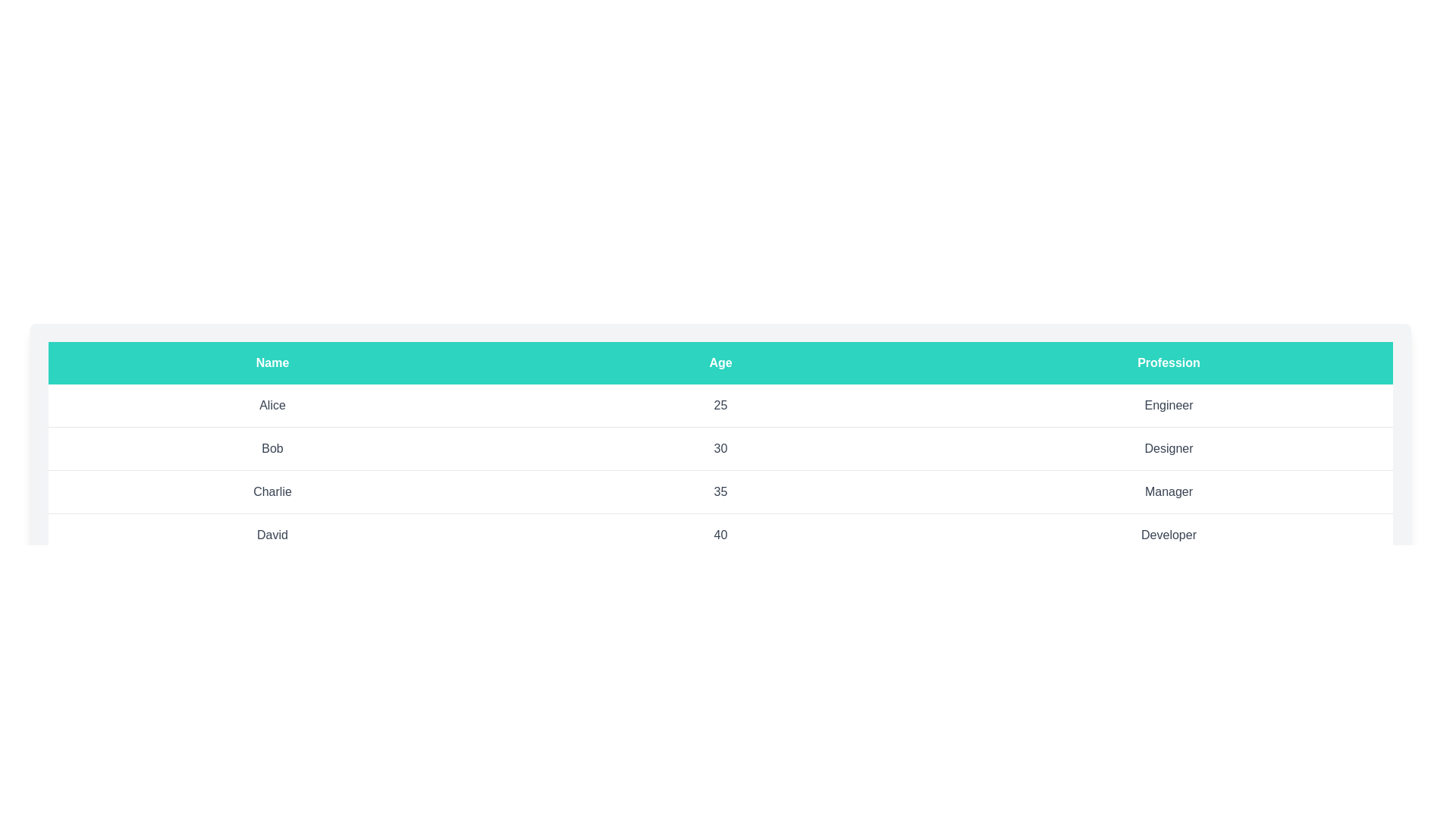 The height and width of the screenshot is (819, 1456). What do you see at coordinates (720, 405) in the screenshot?
I see `the table cell displaying the age of the individual named 'Alice', located in the second column of the first row, under the 'Age' header` at bounding box center [720, 405].